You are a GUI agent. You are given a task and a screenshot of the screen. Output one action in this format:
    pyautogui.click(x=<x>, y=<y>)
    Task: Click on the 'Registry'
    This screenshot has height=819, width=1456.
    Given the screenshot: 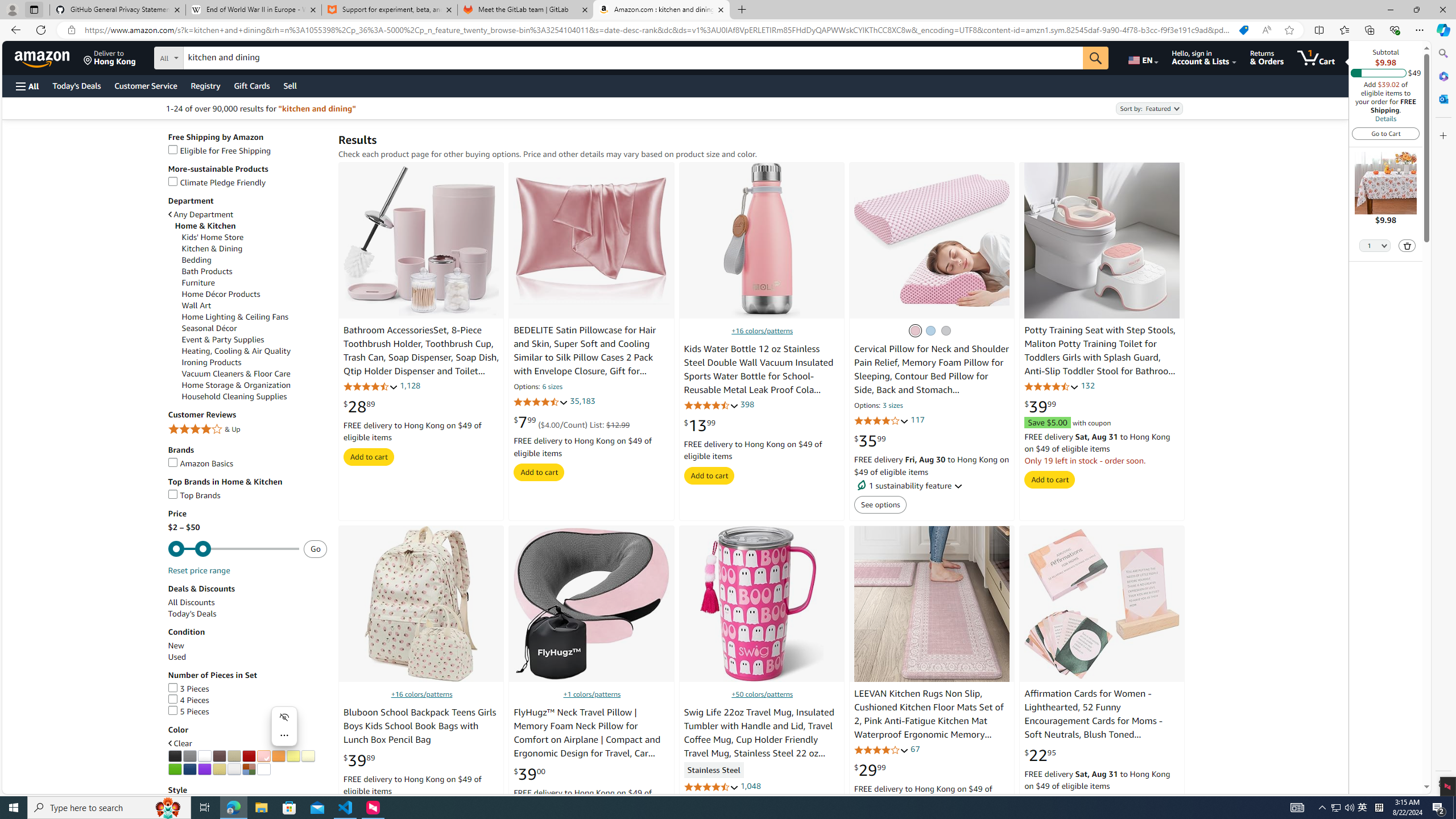 What is the action you would take?
    pyautogui.click(x=204, y=85)
    